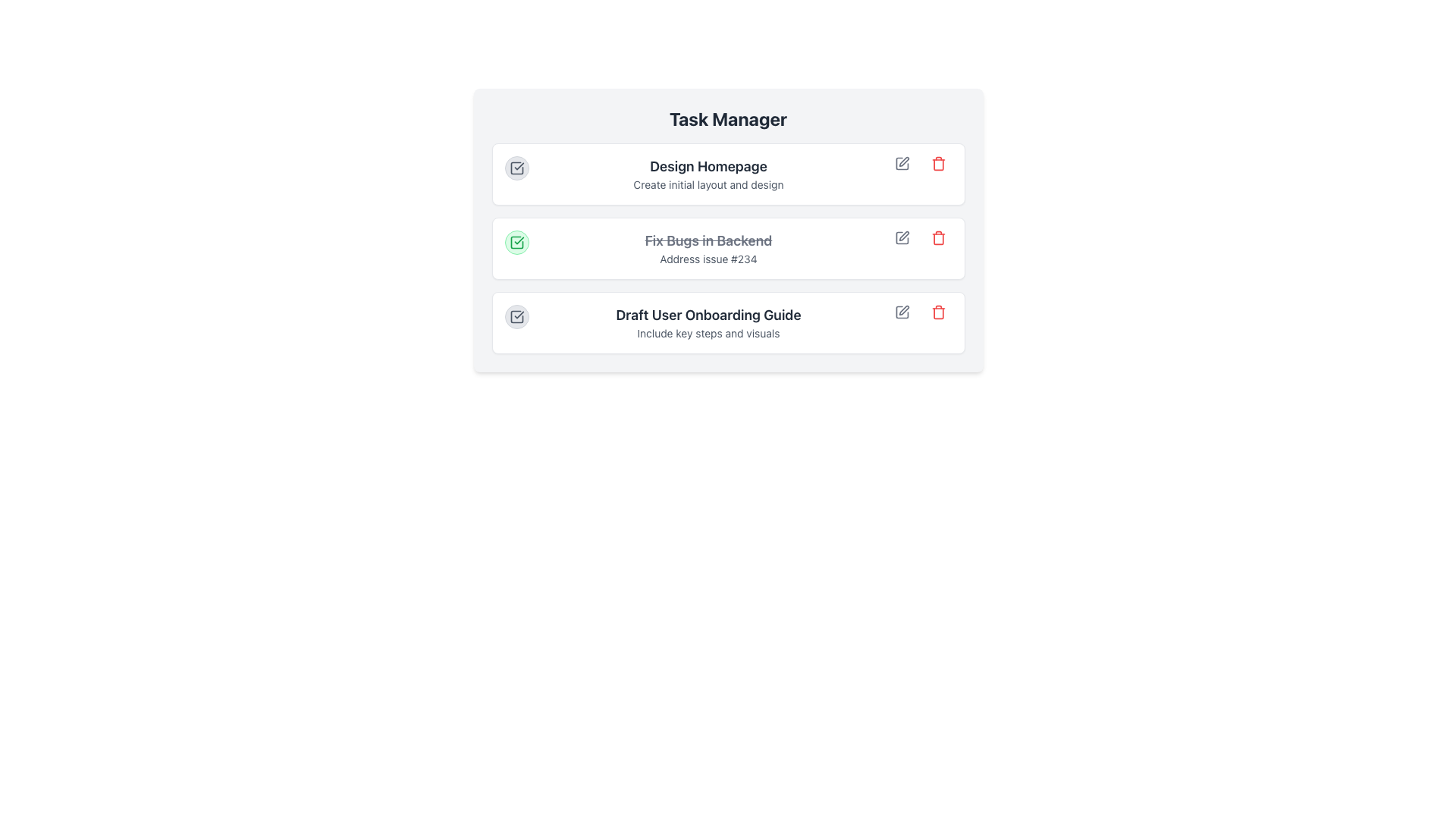 The image size is (1456, 819). I want to click on the text label that reads 'Include key steps and visuals', which is styled in gray and positioned below the bold title 'Draft User Onboarding Guide' in the task list, so click(708, 332).